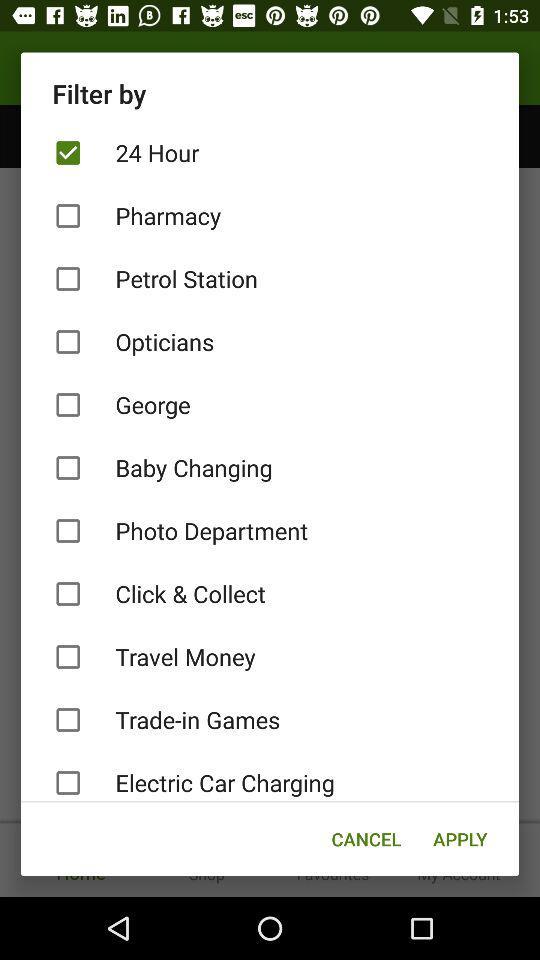 This screenshot has height=960, width=540. Describe the element at coordinates (270, 404) in the screenshot. I see `george` at that location.